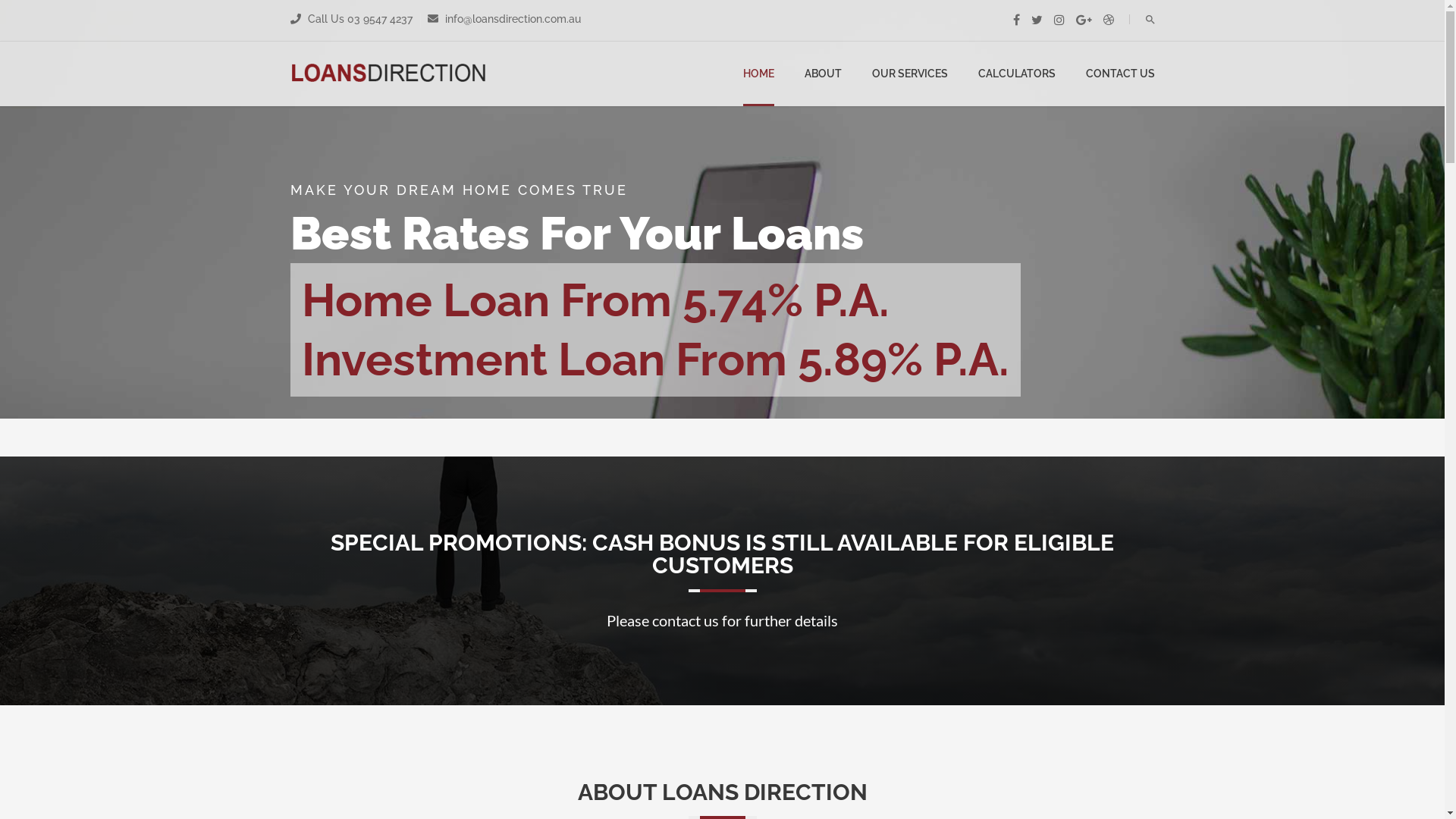 The image size is (1456, 819). I want to click on 'Loans Direction', so click(290, 74).